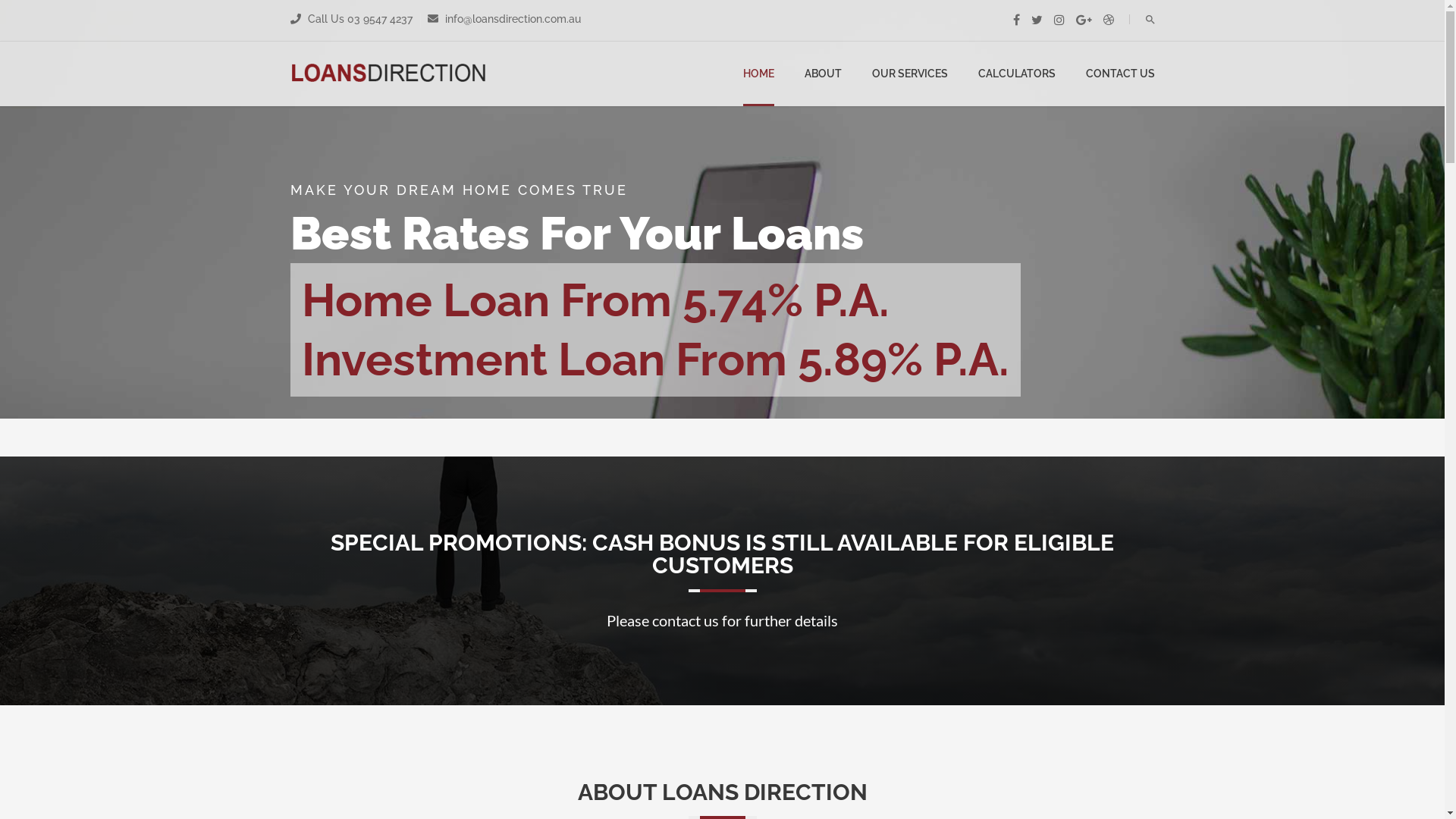 The image size is (1456, 819). I want to click on 'Loans Direction', so click(290, 74).